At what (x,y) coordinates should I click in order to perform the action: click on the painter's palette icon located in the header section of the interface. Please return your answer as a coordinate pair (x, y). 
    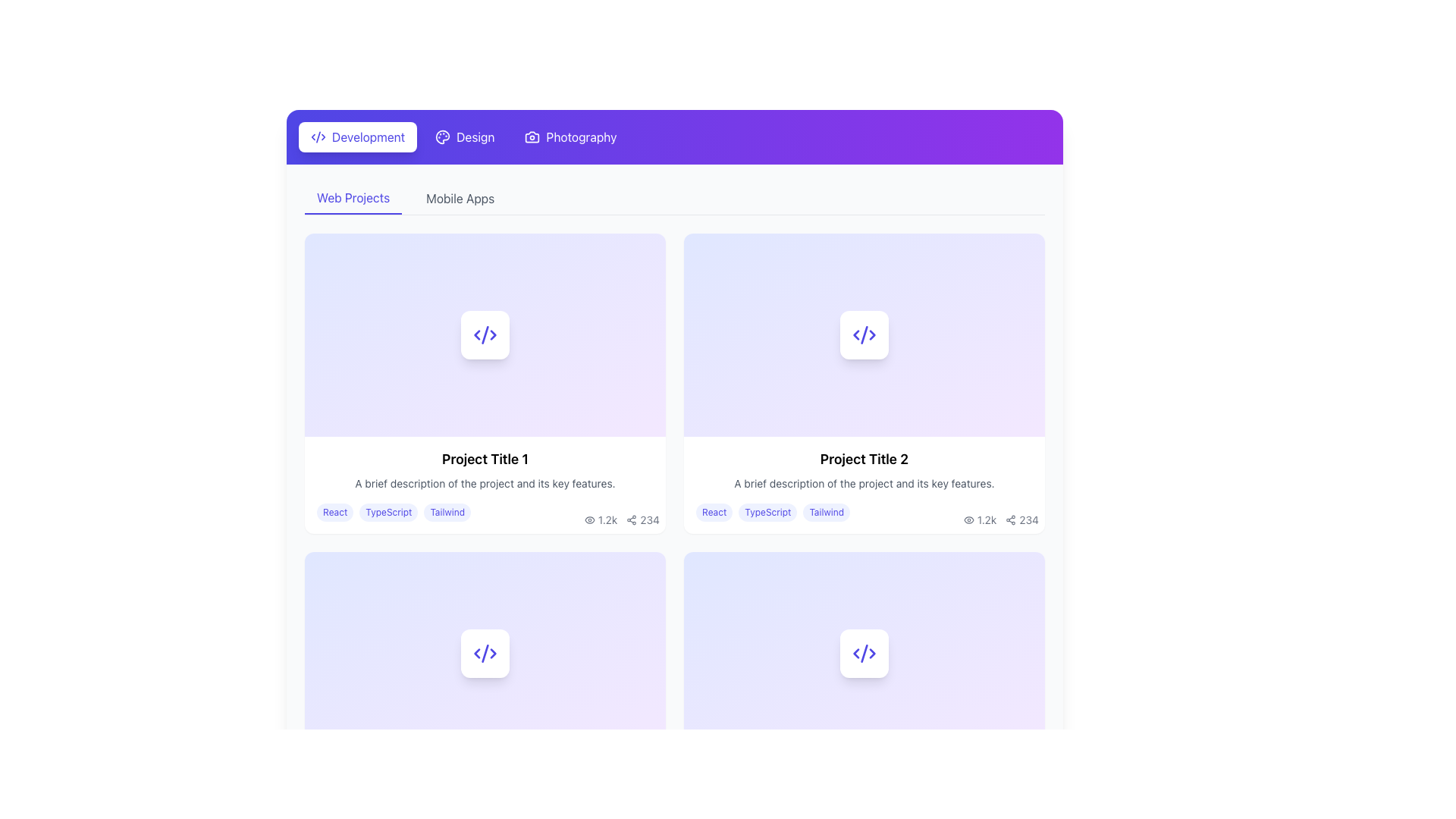
    Looking at the image, I should click on (442, 137).